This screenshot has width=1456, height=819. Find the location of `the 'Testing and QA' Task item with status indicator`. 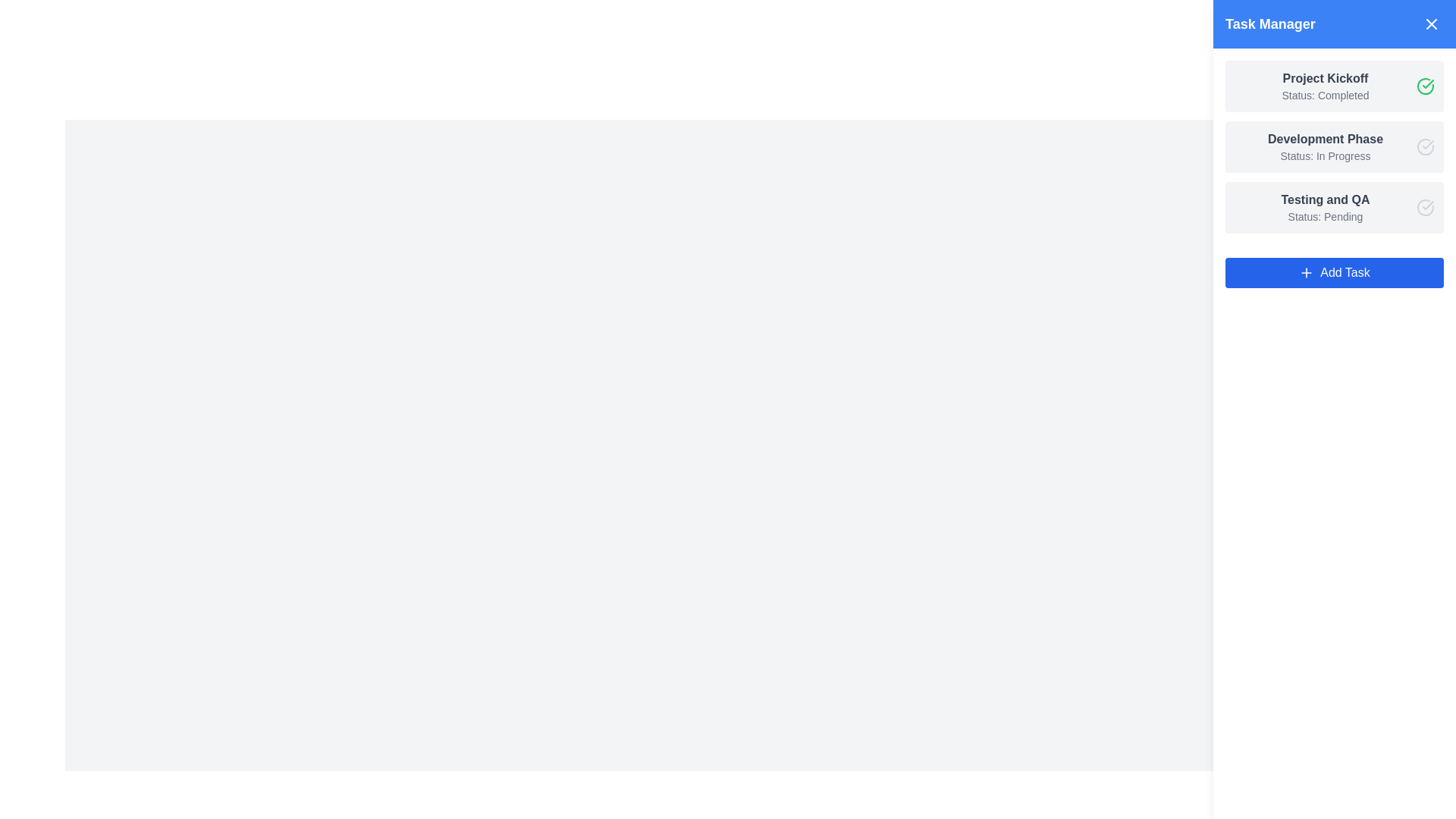

the 'Testing and QA' Task item with status indicator is located at coordinates (1335, 207).